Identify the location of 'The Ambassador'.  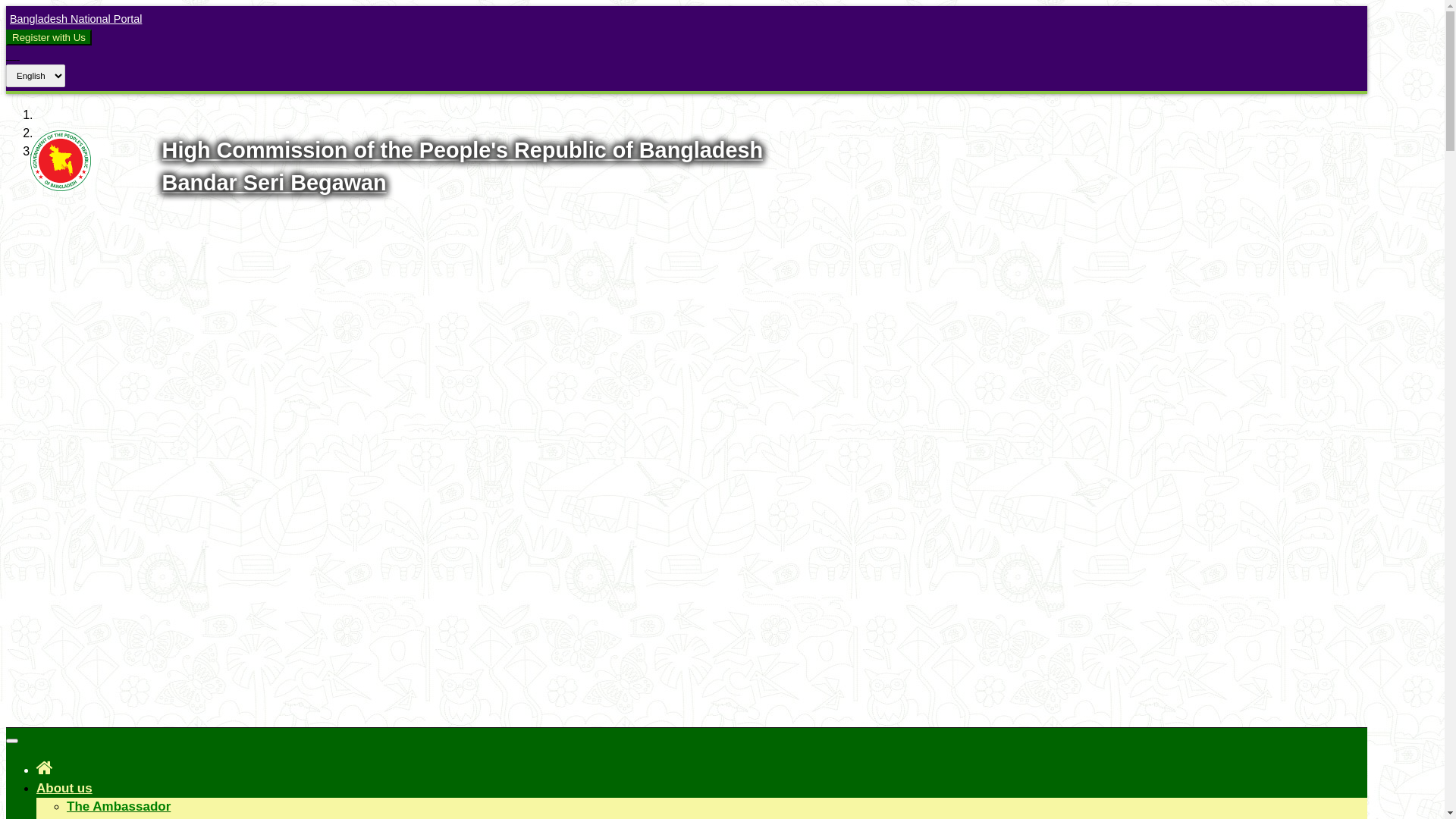
(118, 805).